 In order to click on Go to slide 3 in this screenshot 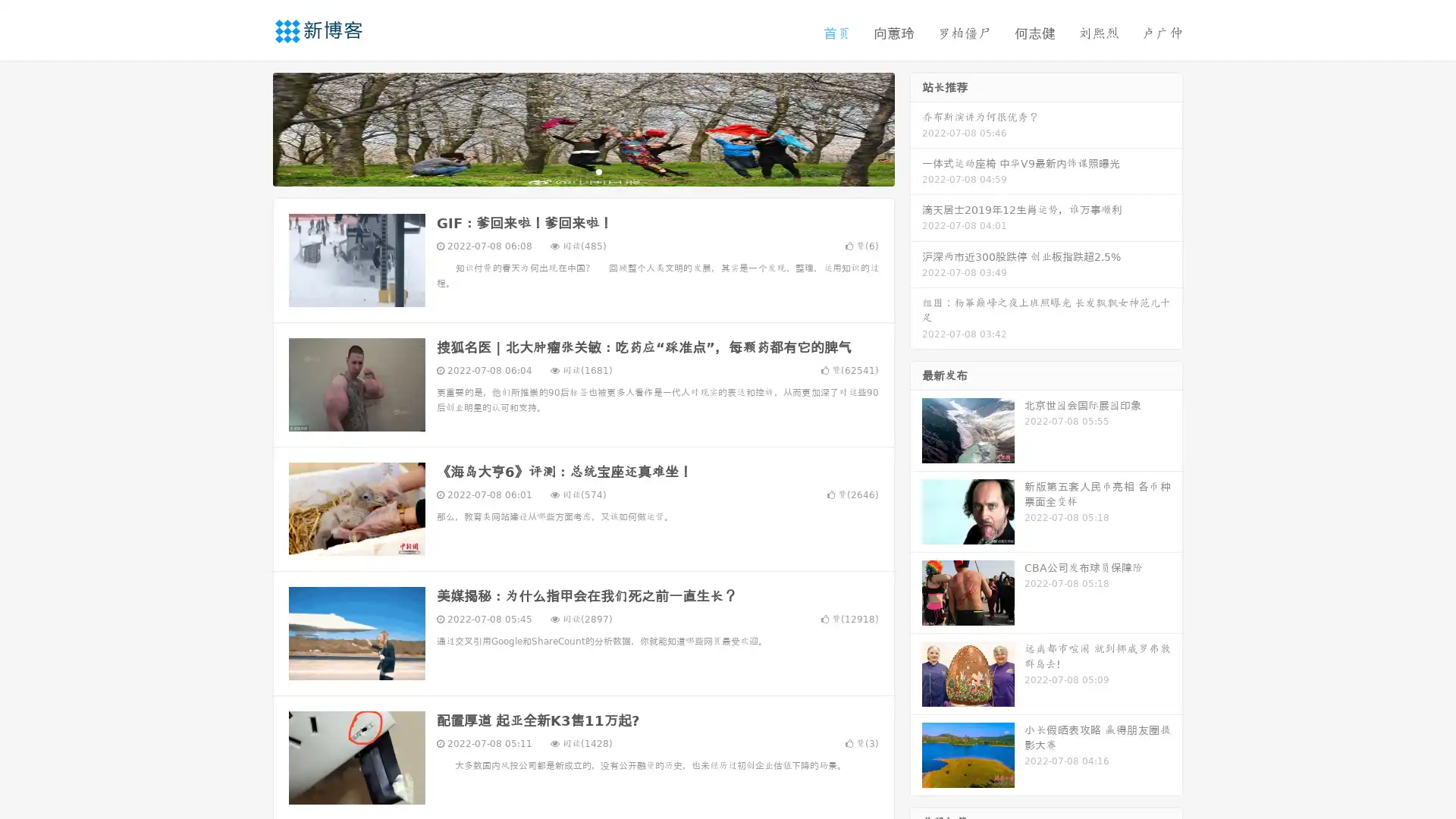, I will do `click(598, 171)`.